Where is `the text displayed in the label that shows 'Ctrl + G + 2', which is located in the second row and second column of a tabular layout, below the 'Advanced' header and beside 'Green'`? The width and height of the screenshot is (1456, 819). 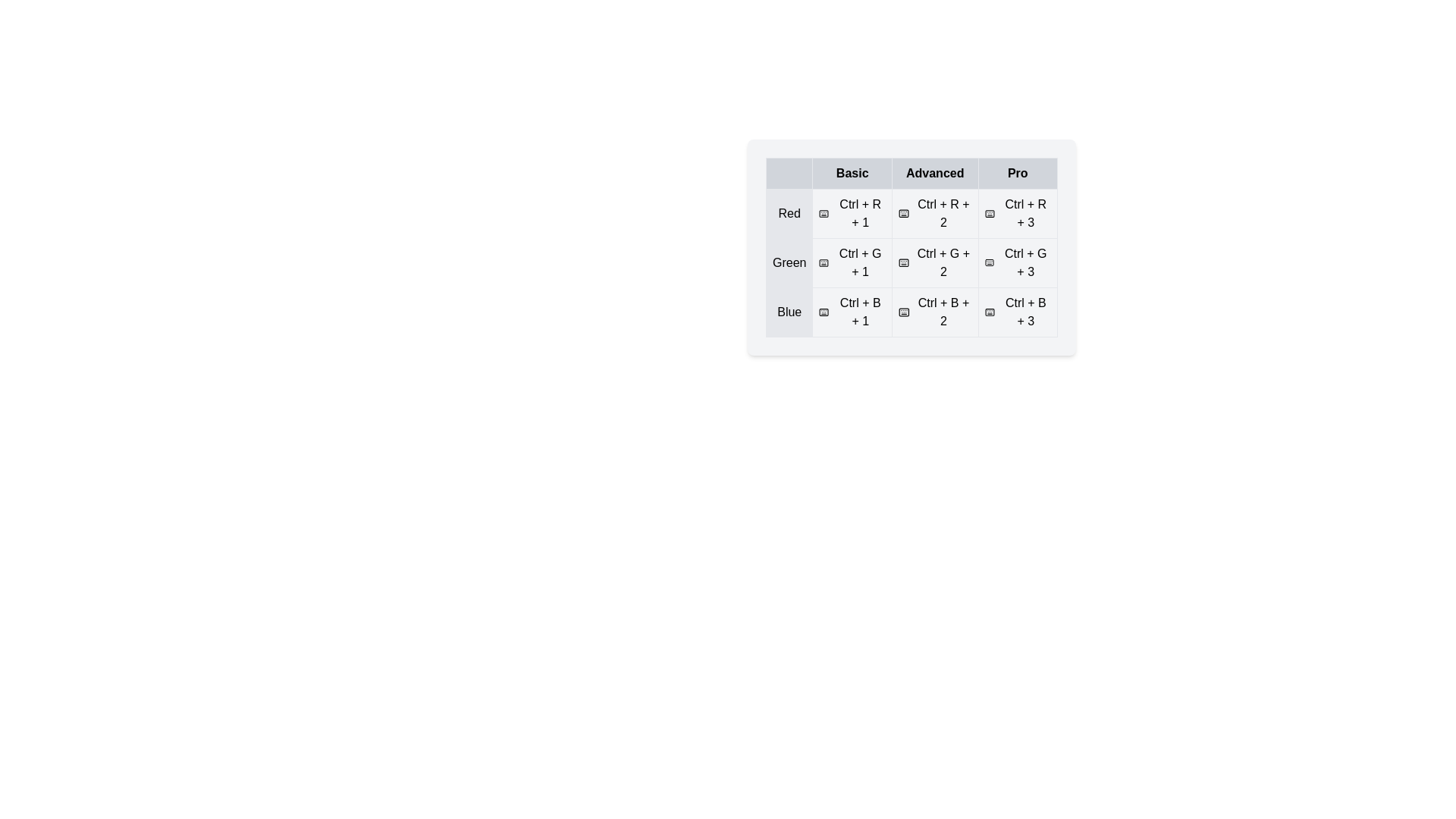
the text displayed in the label that shows 'Ctrl + G + 2', which is located in the second row and second column of a tabular layout, below the 'Advanced' header and beside 'Green' is located at coordinates (911, 262).